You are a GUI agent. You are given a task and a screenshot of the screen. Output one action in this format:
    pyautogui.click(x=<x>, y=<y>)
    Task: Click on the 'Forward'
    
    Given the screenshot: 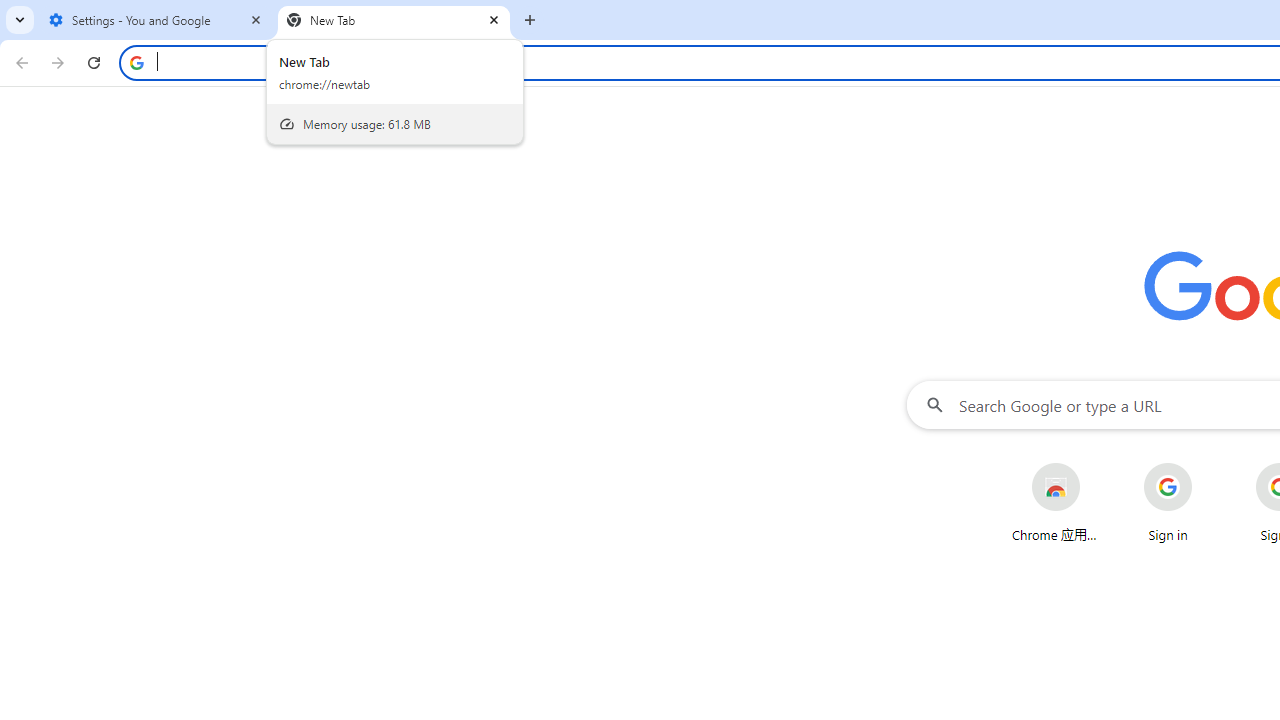 What is the action you would take?
    pyautogui.click(x=58, y=61)
    